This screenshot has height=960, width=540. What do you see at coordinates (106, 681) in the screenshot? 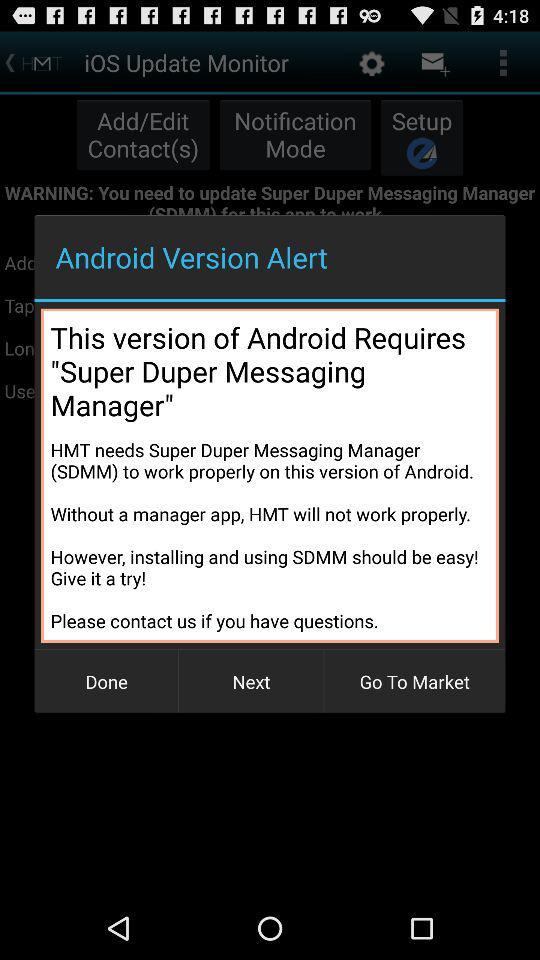
I see `done button` at bounding box center [106, 681].